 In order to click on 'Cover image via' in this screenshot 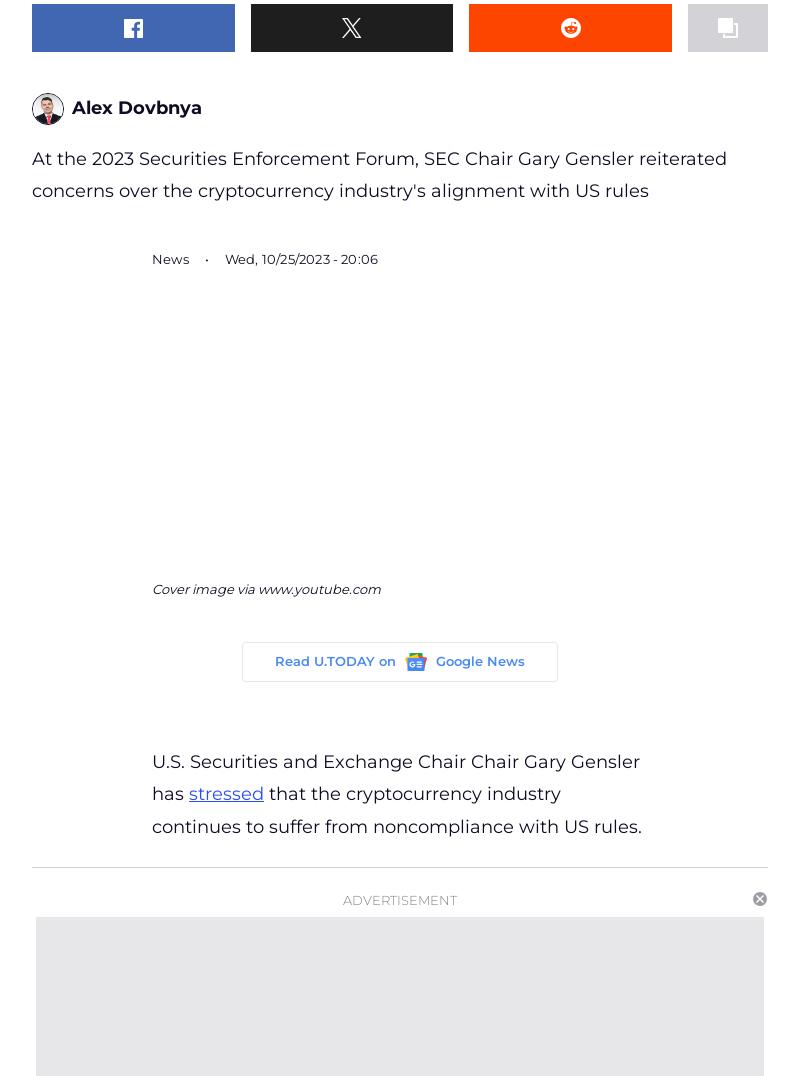, I will do `click(204, 589)`.